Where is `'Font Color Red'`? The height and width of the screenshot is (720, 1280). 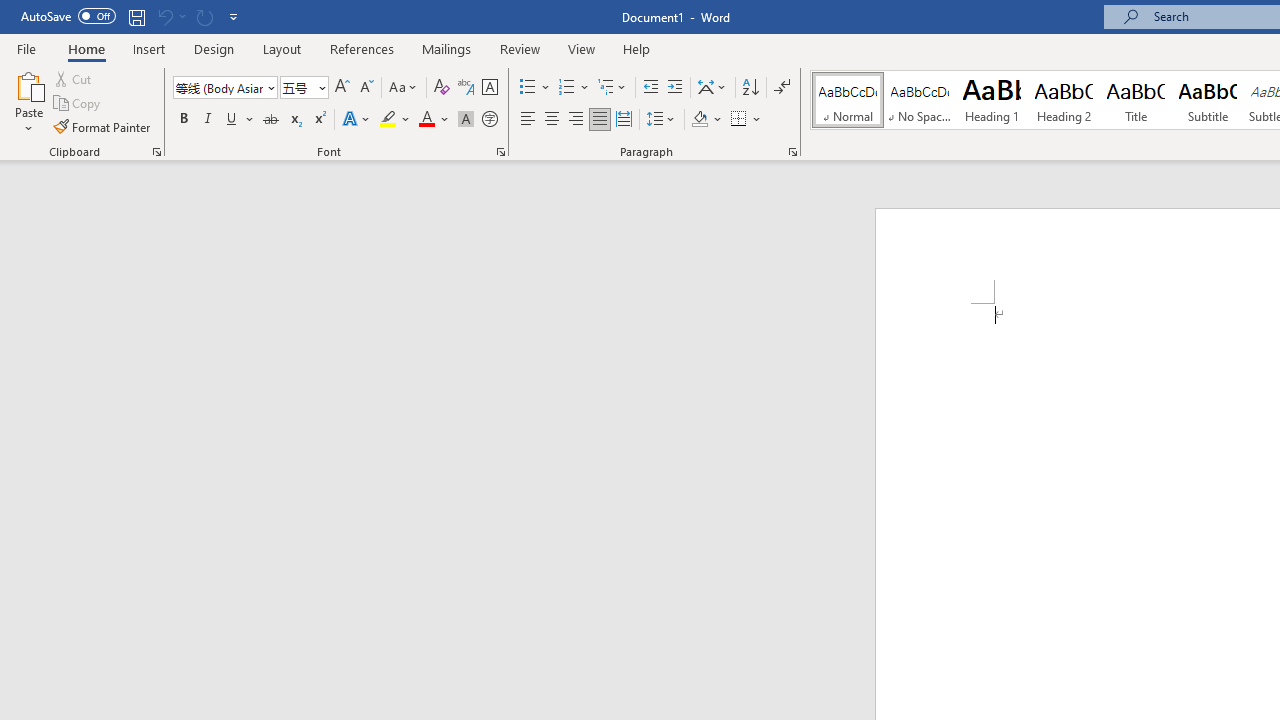 'Font Color Red' is located at coordinates (425, 119).